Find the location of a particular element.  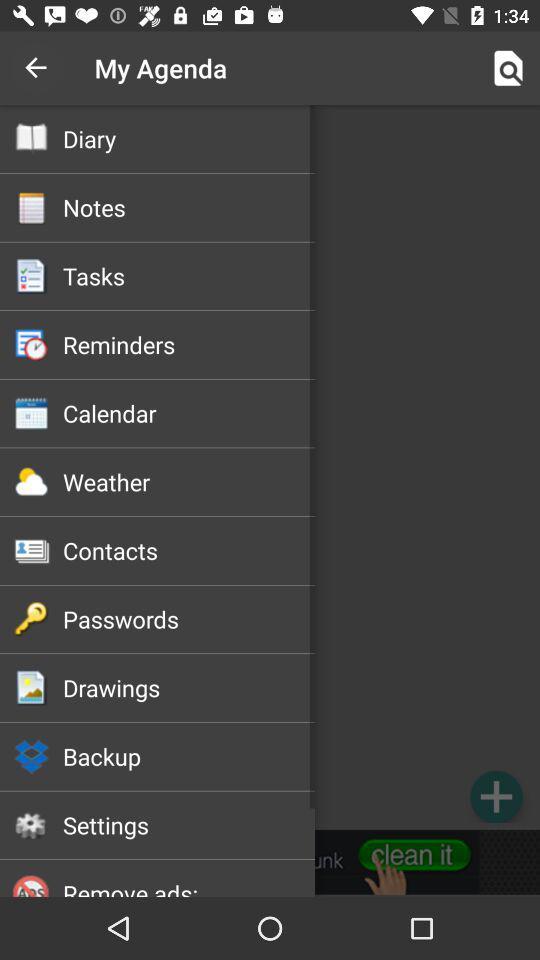

icon above the backup is located at coordinates (189, 687).